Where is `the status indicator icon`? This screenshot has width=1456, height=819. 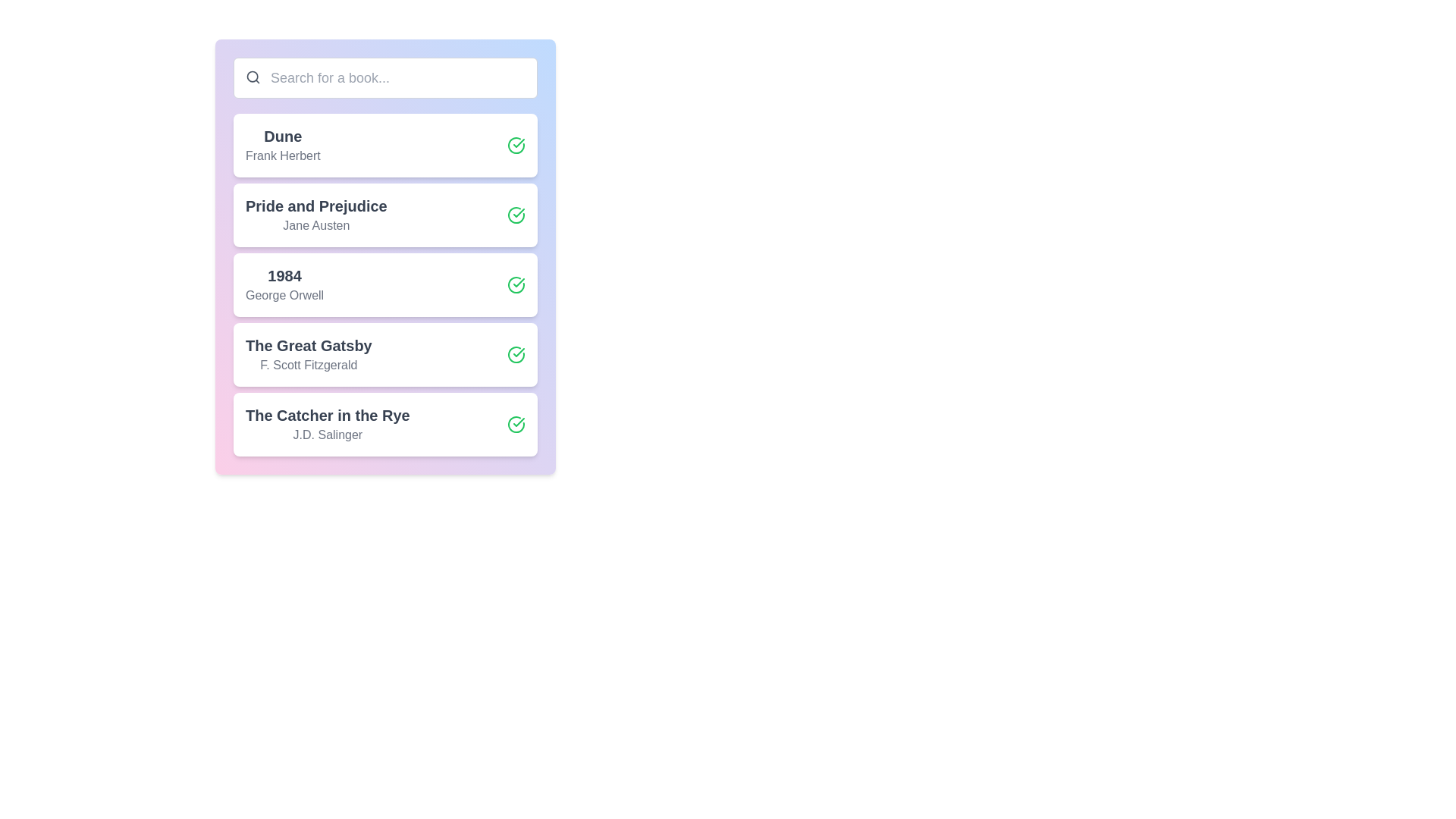 the status indicator icon is located at coordinates (516, 146).